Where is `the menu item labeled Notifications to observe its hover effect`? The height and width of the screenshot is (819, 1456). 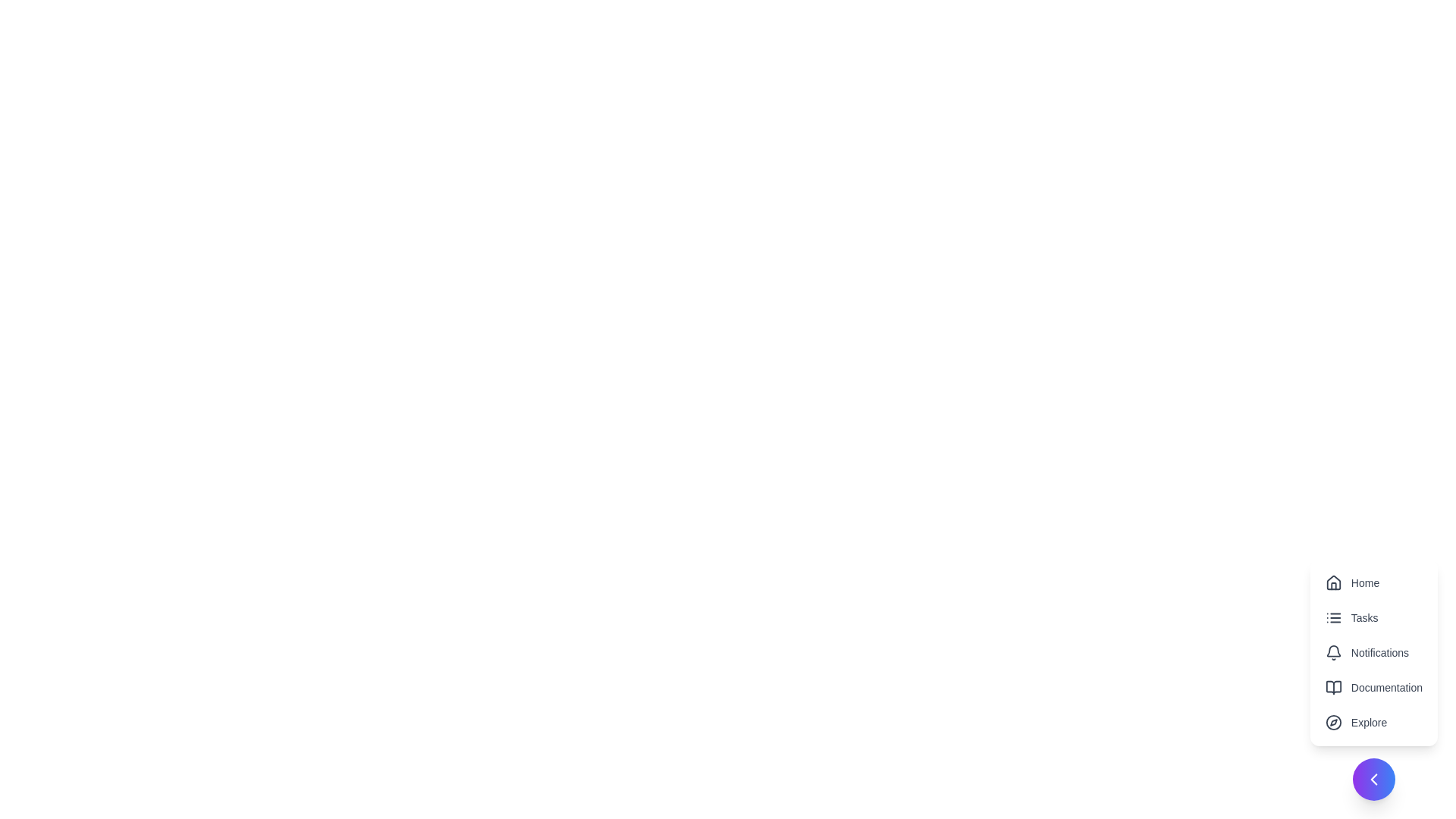 the menu item labeled Notifications to observe its hover effect is located at coordinates (1373, 651).